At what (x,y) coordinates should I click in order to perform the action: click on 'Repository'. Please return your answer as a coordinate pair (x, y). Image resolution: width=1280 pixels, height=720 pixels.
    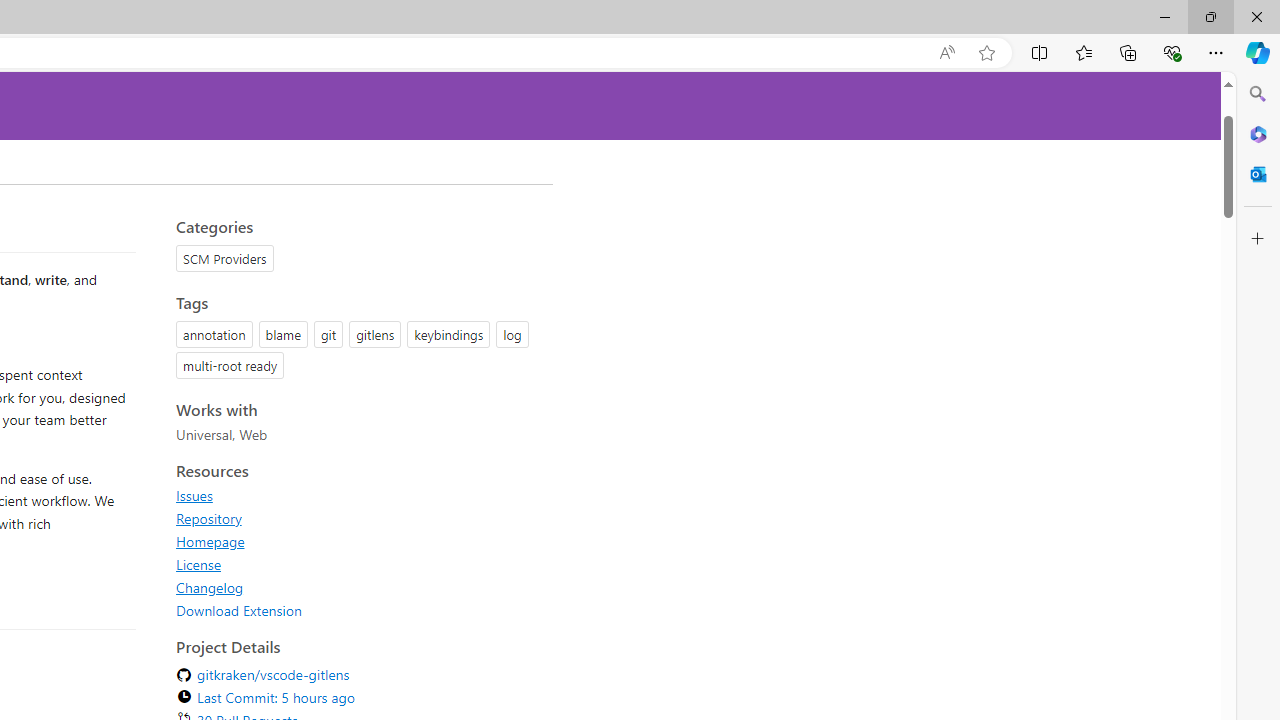
    Looking at the image, I should click on (209, 517).